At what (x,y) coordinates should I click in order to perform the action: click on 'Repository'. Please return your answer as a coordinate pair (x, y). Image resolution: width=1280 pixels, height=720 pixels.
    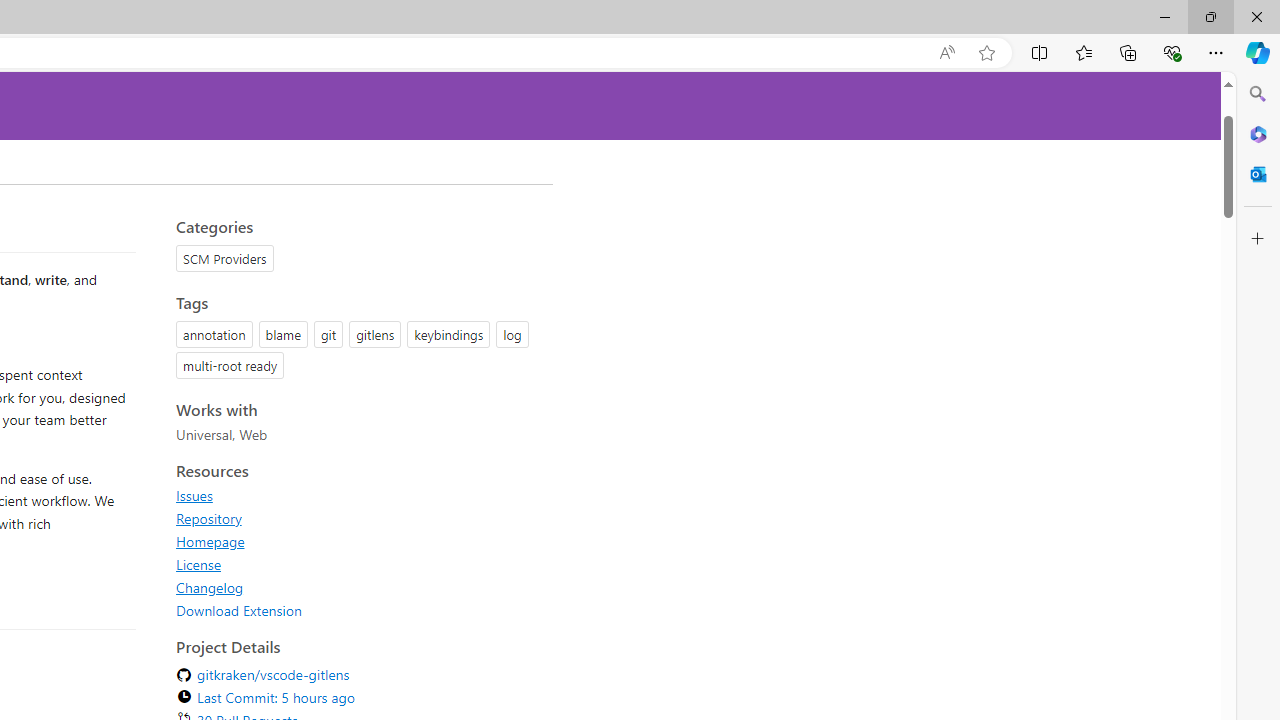
    Looking at the image, I should click on (209, 517).